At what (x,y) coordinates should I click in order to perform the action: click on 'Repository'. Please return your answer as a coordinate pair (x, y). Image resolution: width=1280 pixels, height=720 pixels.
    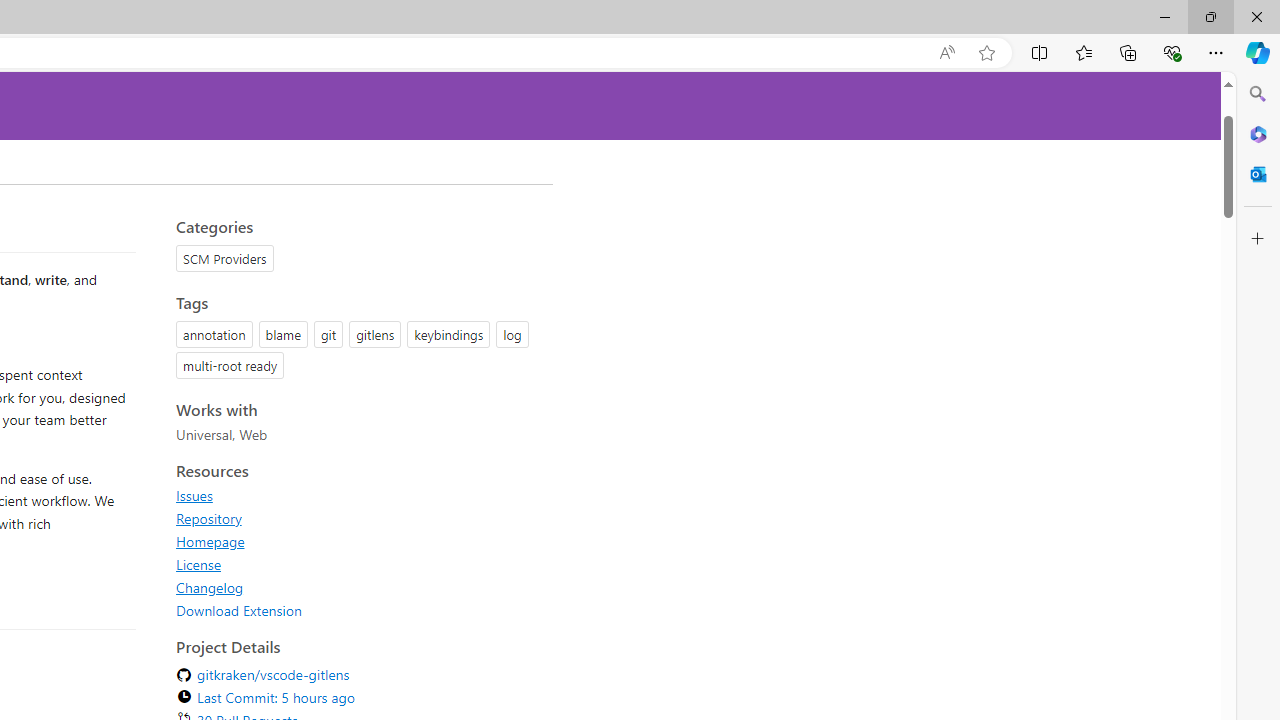
    Looking at the image, I should click on (209, 517).